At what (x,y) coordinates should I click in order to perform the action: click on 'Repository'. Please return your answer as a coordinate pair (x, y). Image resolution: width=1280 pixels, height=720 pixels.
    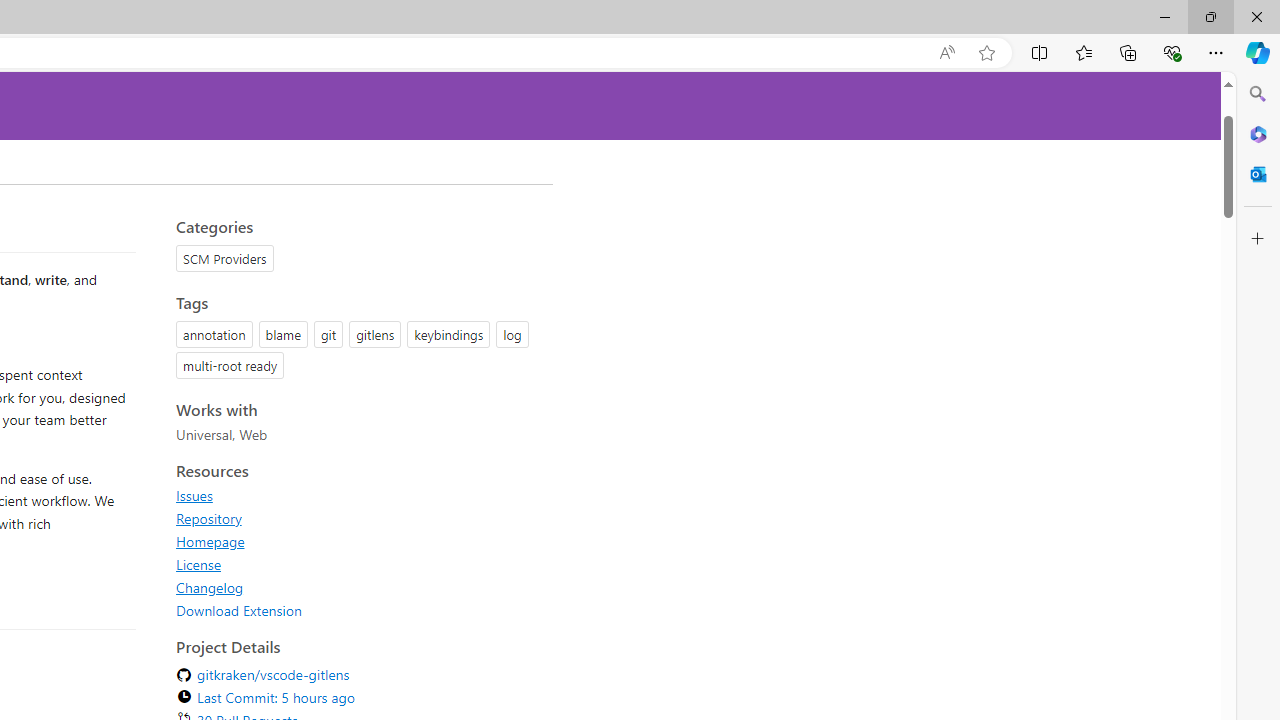
    Looking at the image, I should click on (209, 517).